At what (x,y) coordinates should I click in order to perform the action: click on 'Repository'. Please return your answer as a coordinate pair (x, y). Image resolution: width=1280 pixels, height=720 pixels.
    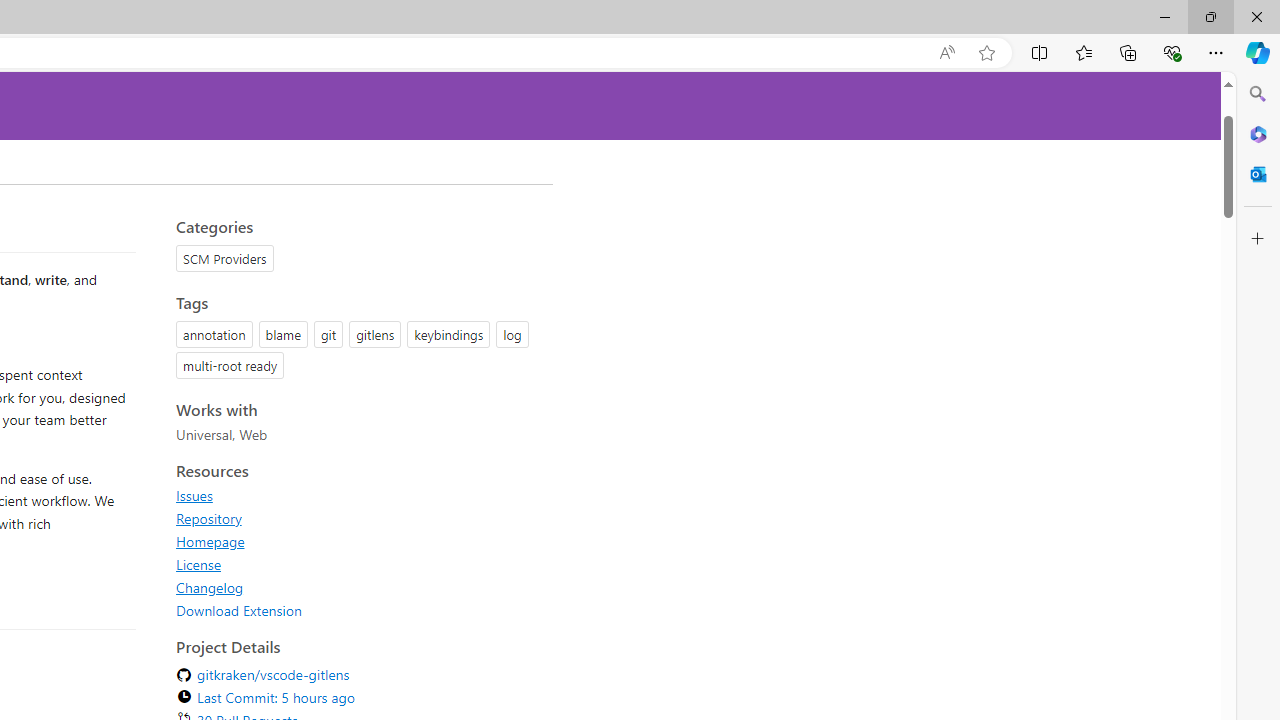
    Looking at the image, I should click on (209, 517).